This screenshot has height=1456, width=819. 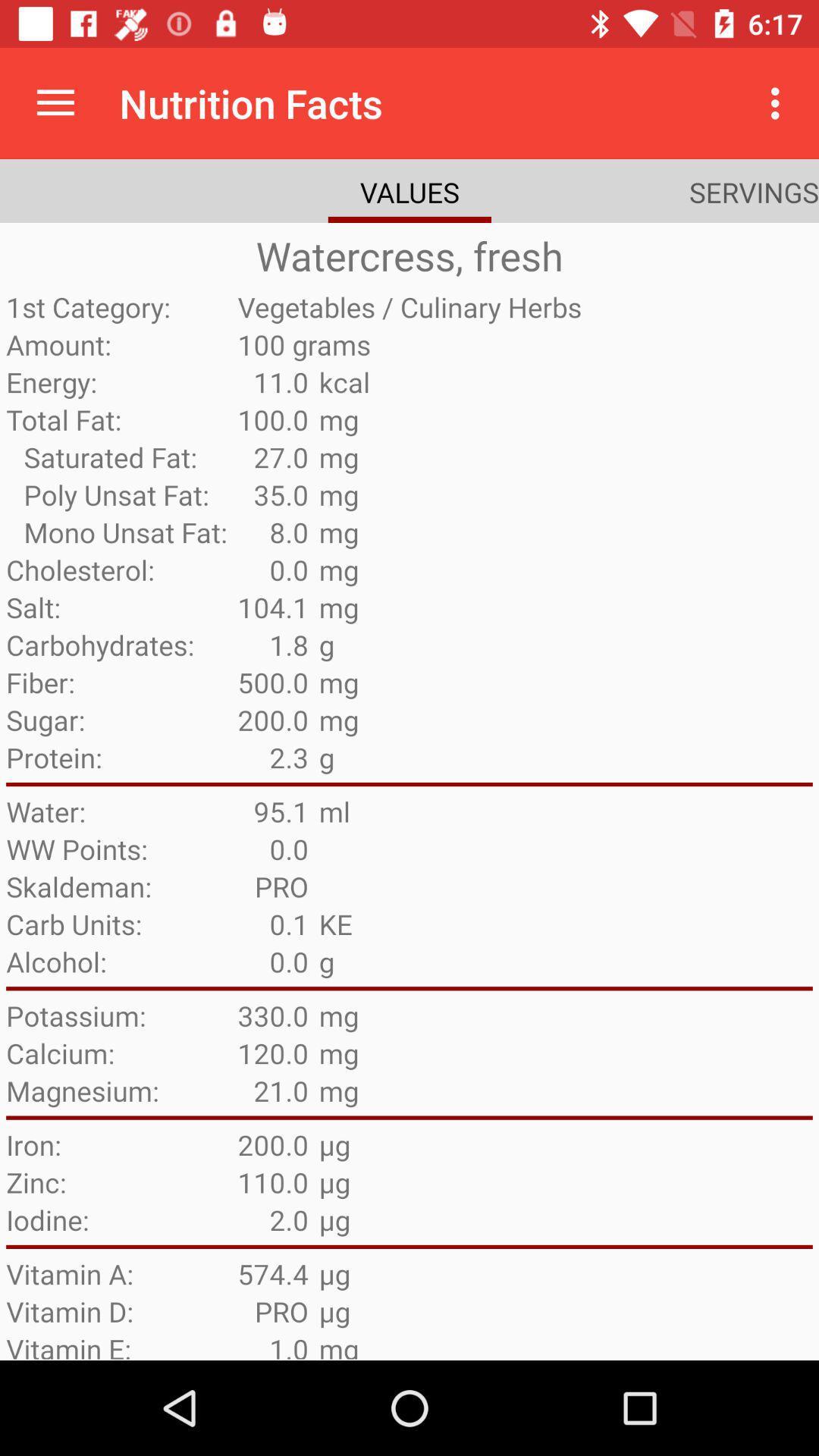 What do you see at coordinates (55, 102) in the screenshot?
I see `item to the left of the nutrition facts icon` at bounding box center [55, 102].